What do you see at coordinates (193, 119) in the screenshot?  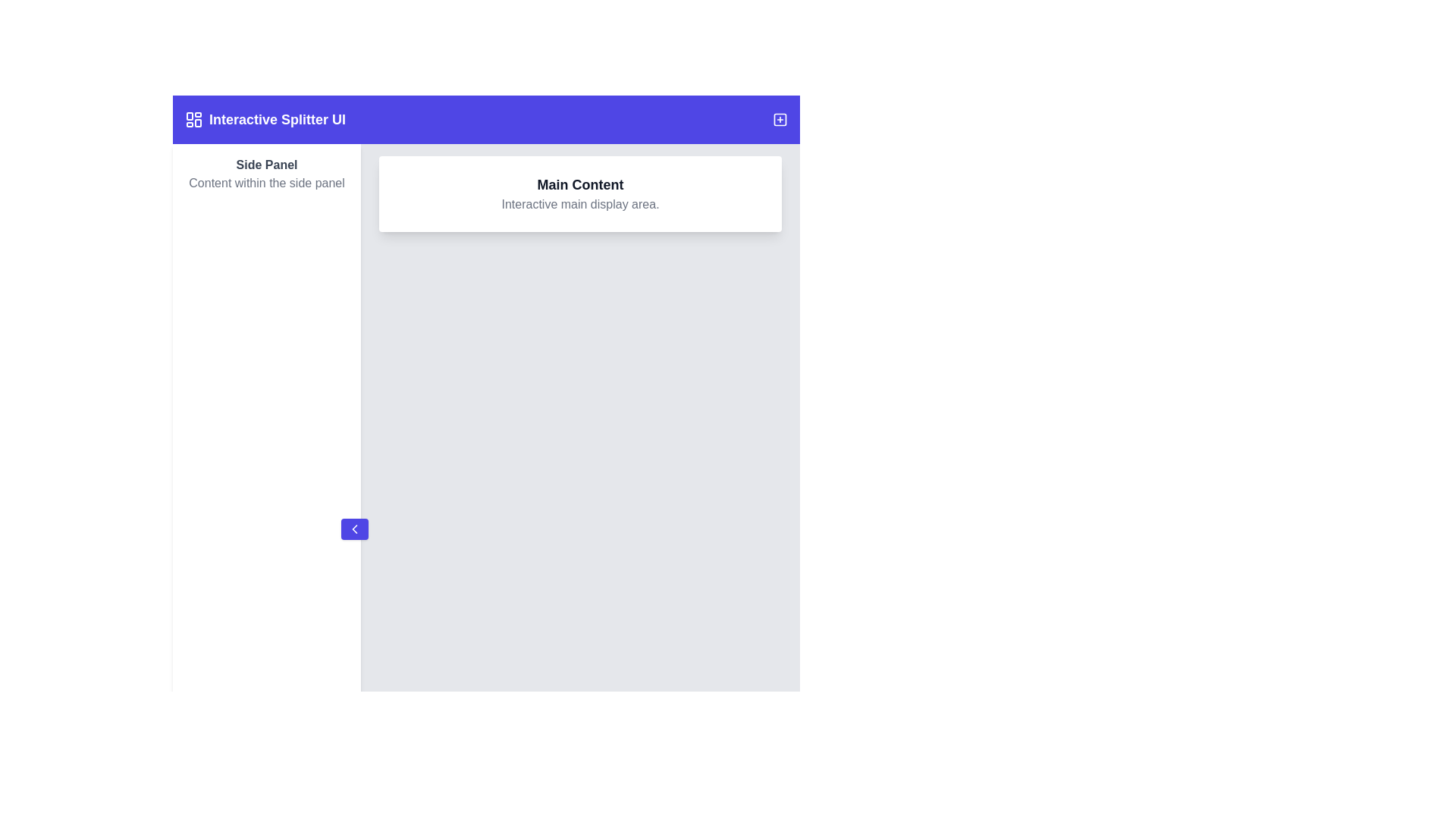 I see `the compact, square grid-like icon with four smaller squares from its position at the top-left corner of the interface` at bounding box center [193, 119].